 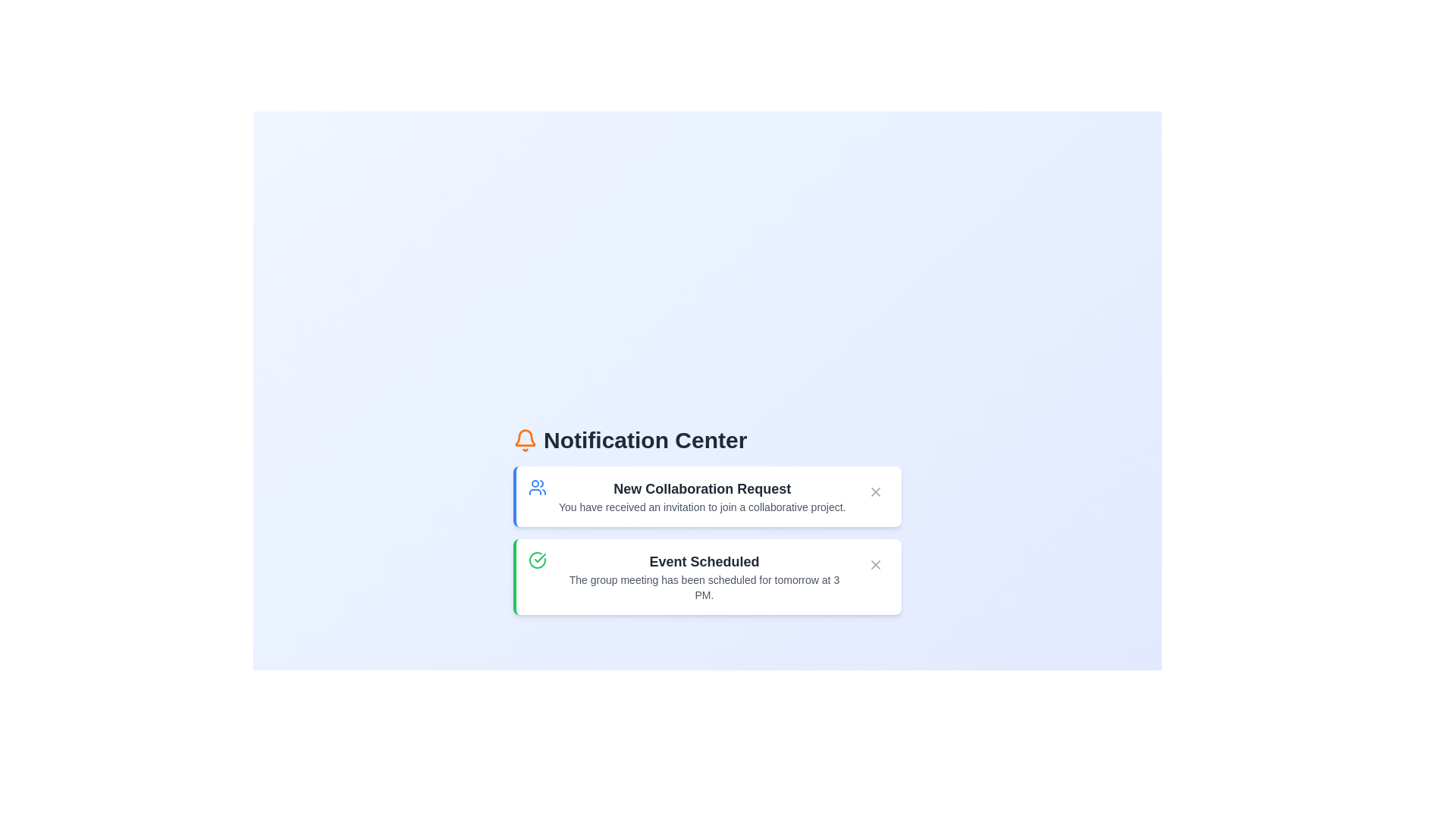 I want to click on the Icon that indicates a completed or successful action within the 'Event Scheduled' notification card, located to the left of the textual content, so click(x=538, y=560).